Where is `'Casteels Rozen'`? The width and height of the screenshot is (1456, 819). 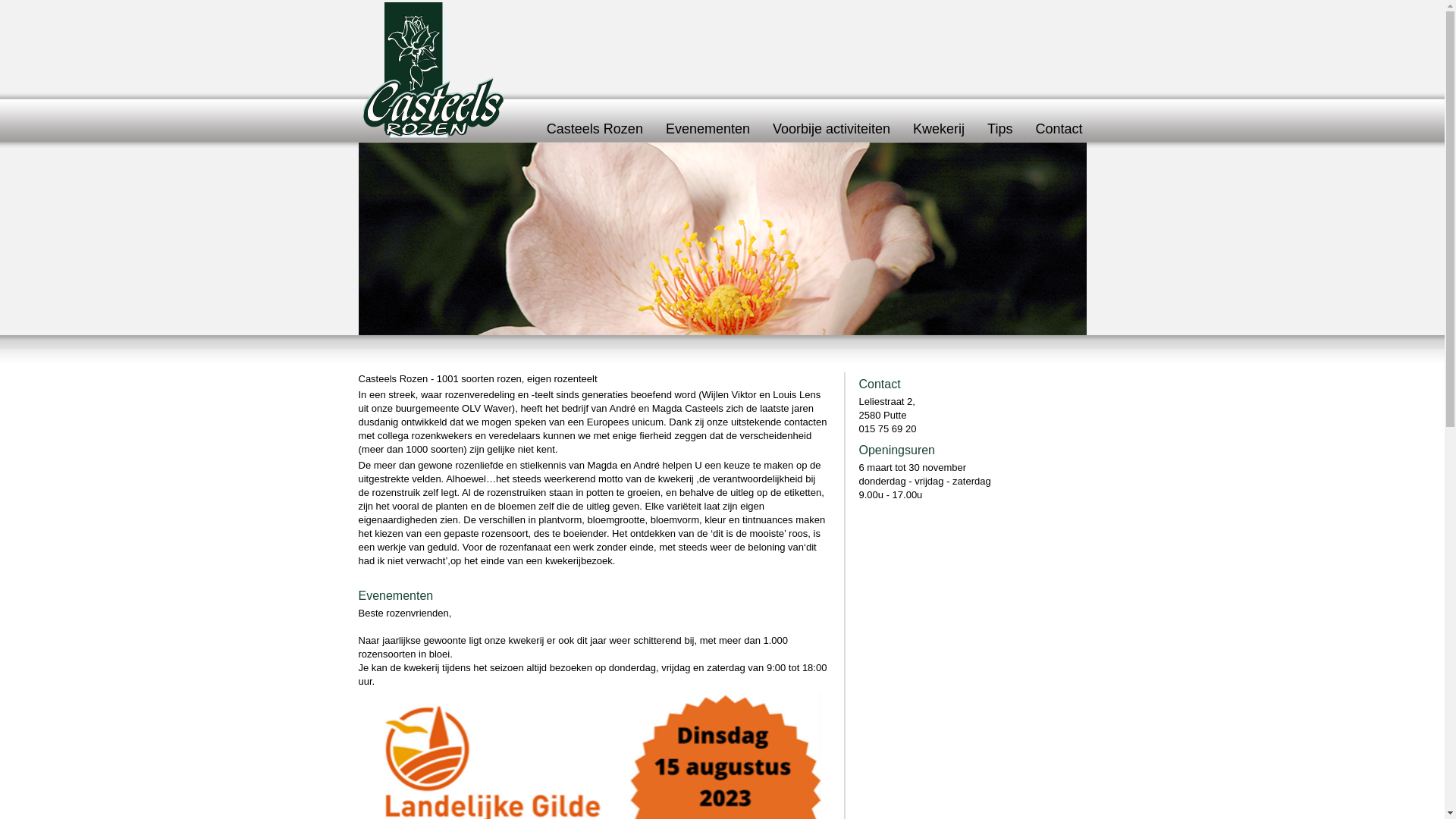 'Casteels Rozen' is located at coordinates (594, 127).